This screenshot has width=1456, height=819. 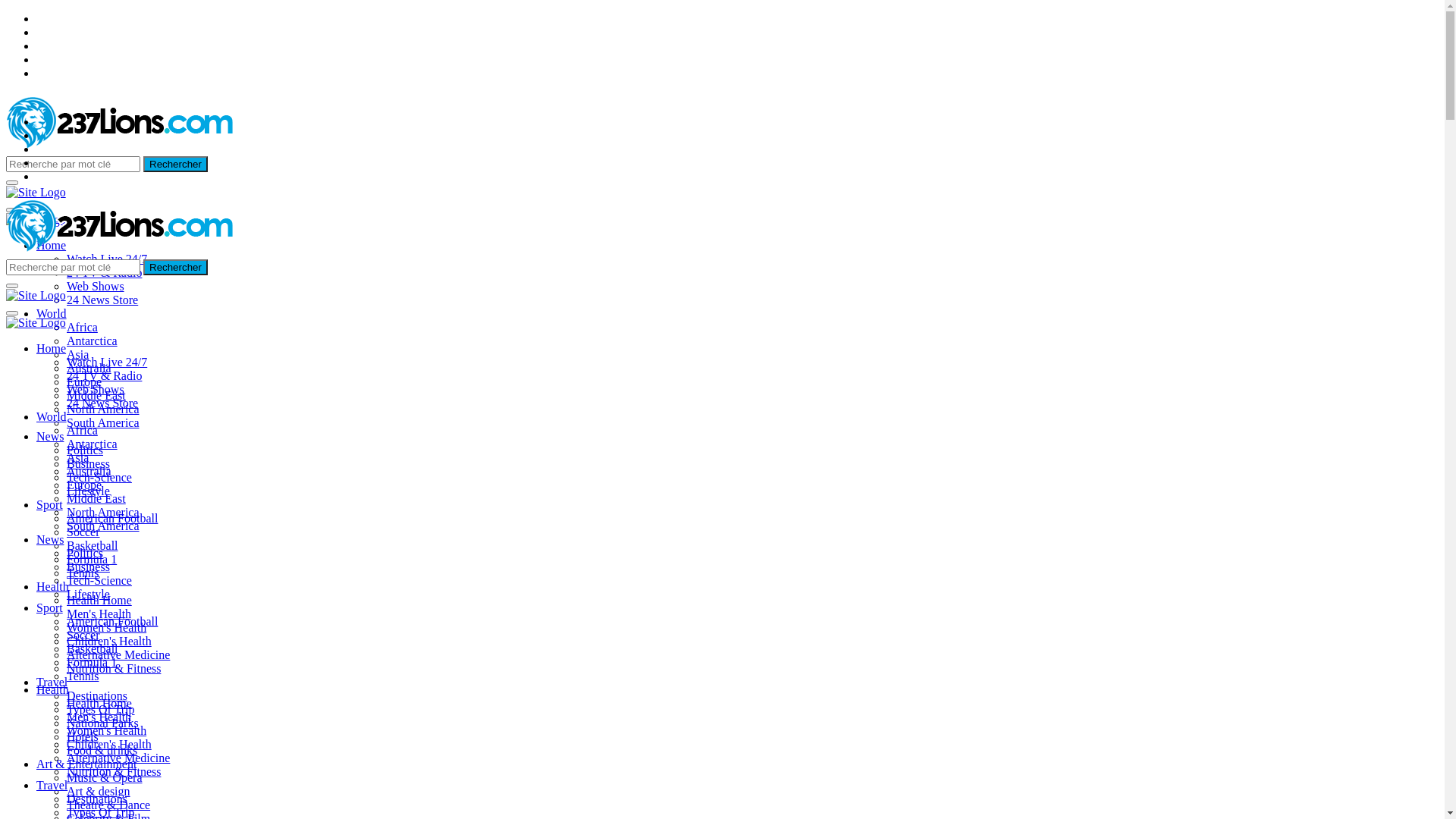 I want to click on 'Soccer', so click(x=83, y=635).